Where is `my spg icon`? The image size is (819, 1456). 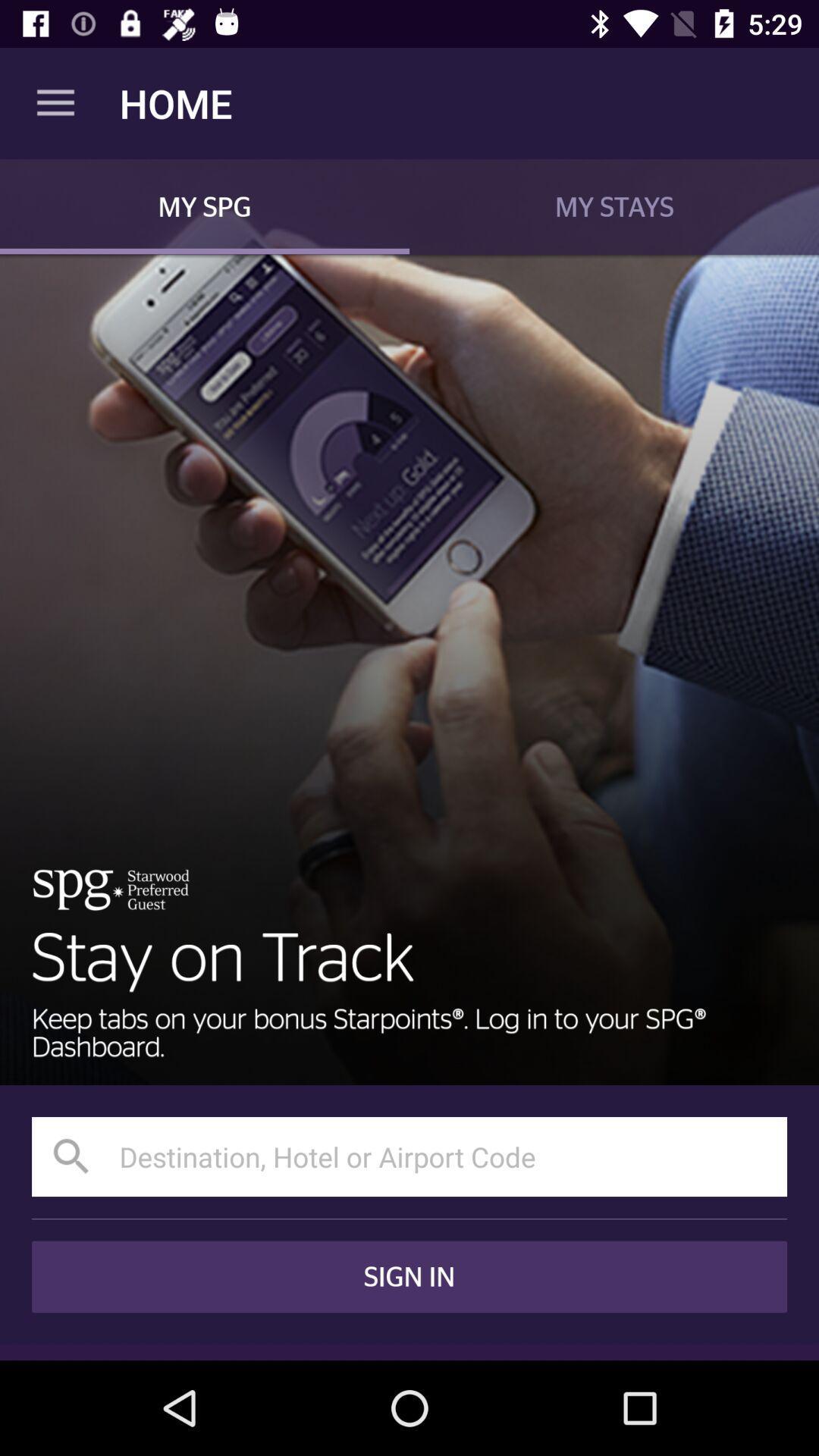
my spg icon is located at coordinates (205, 206).